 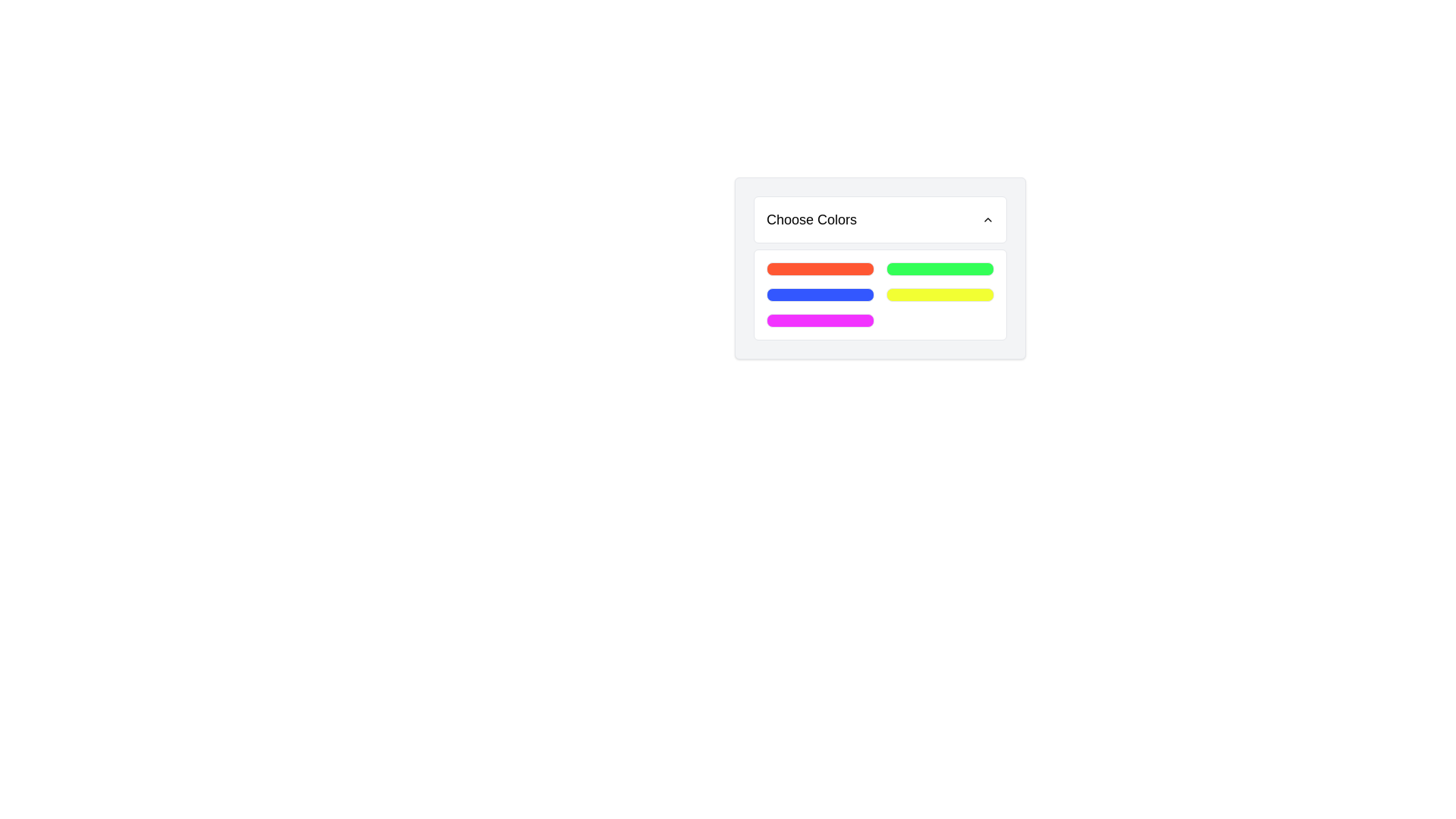 What do you see at coordinates (880, 268) in the screenshot?
I see `the 'Choose Colors' dropdown menu` at bounding box center [880, 268].